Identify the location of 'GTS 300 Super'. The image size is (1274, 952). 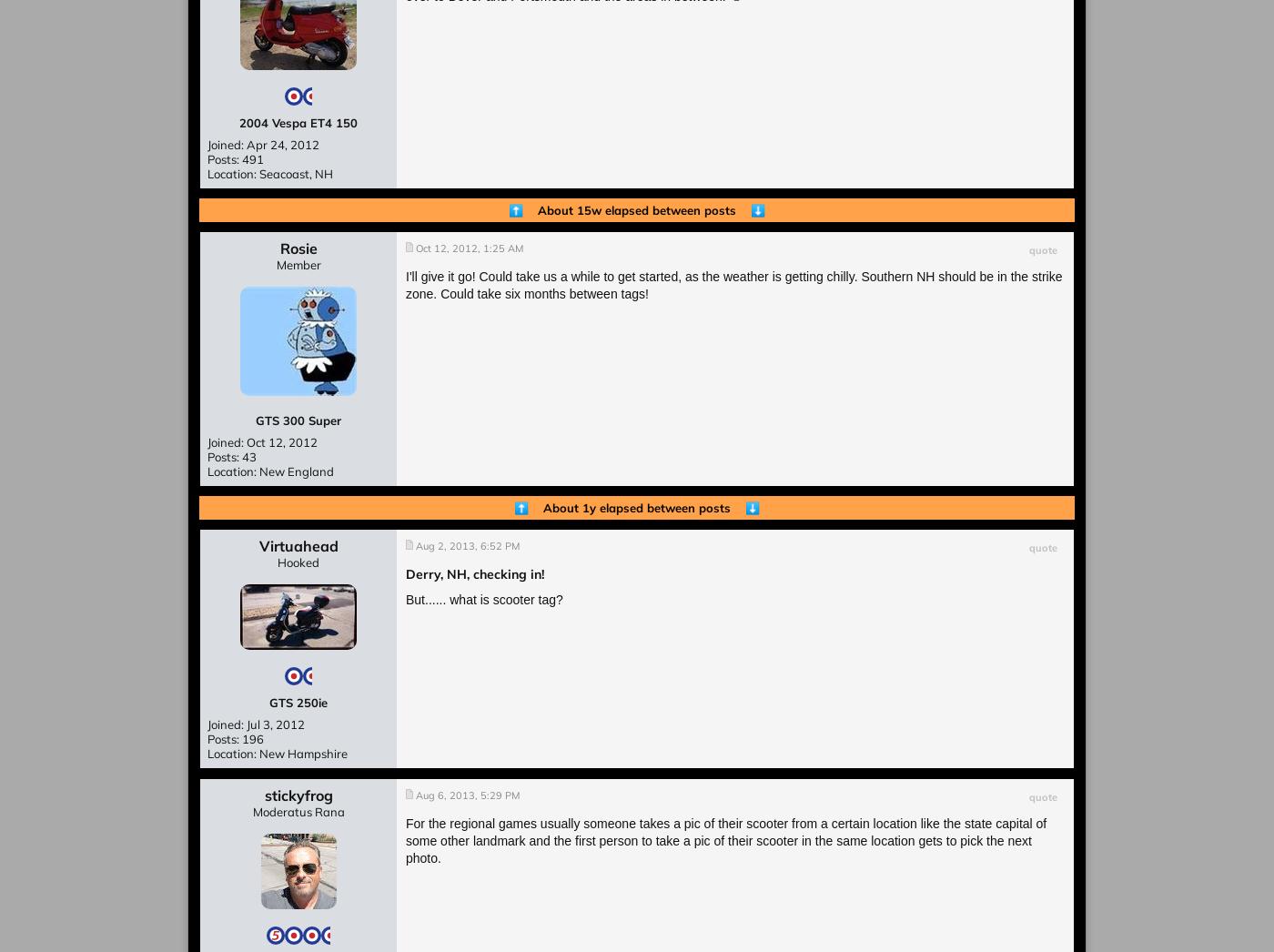
(298, 420).